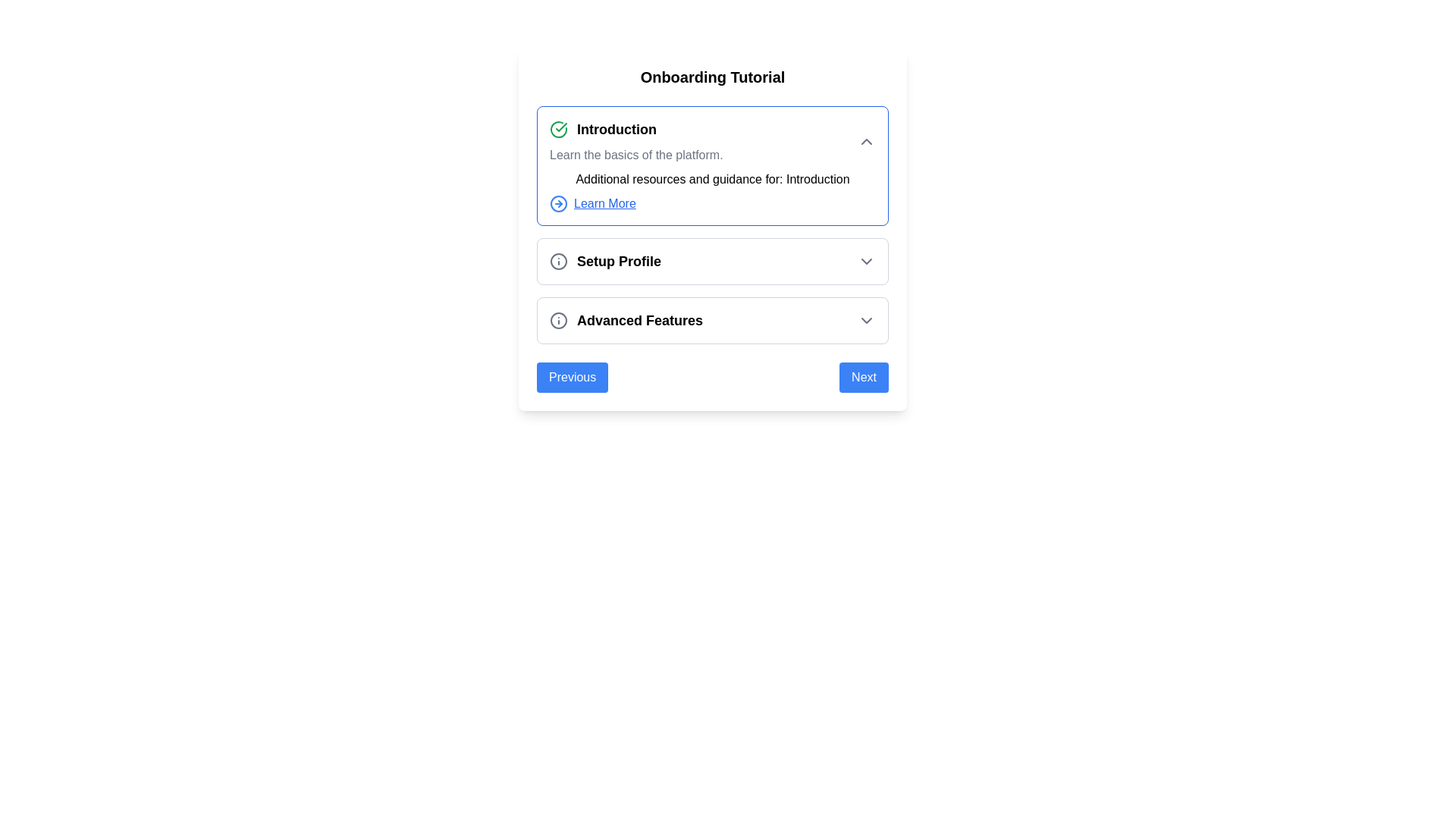 The height and width of the screenshot is (819, 1456). What do you see at coordinates (558, 260) in the screenshot?
I see `the circular icon with a thin outline and an exclamation mark, located to the left of the 'Setup Profile' text in the onboarding steps` at bounding box center [558, 260].